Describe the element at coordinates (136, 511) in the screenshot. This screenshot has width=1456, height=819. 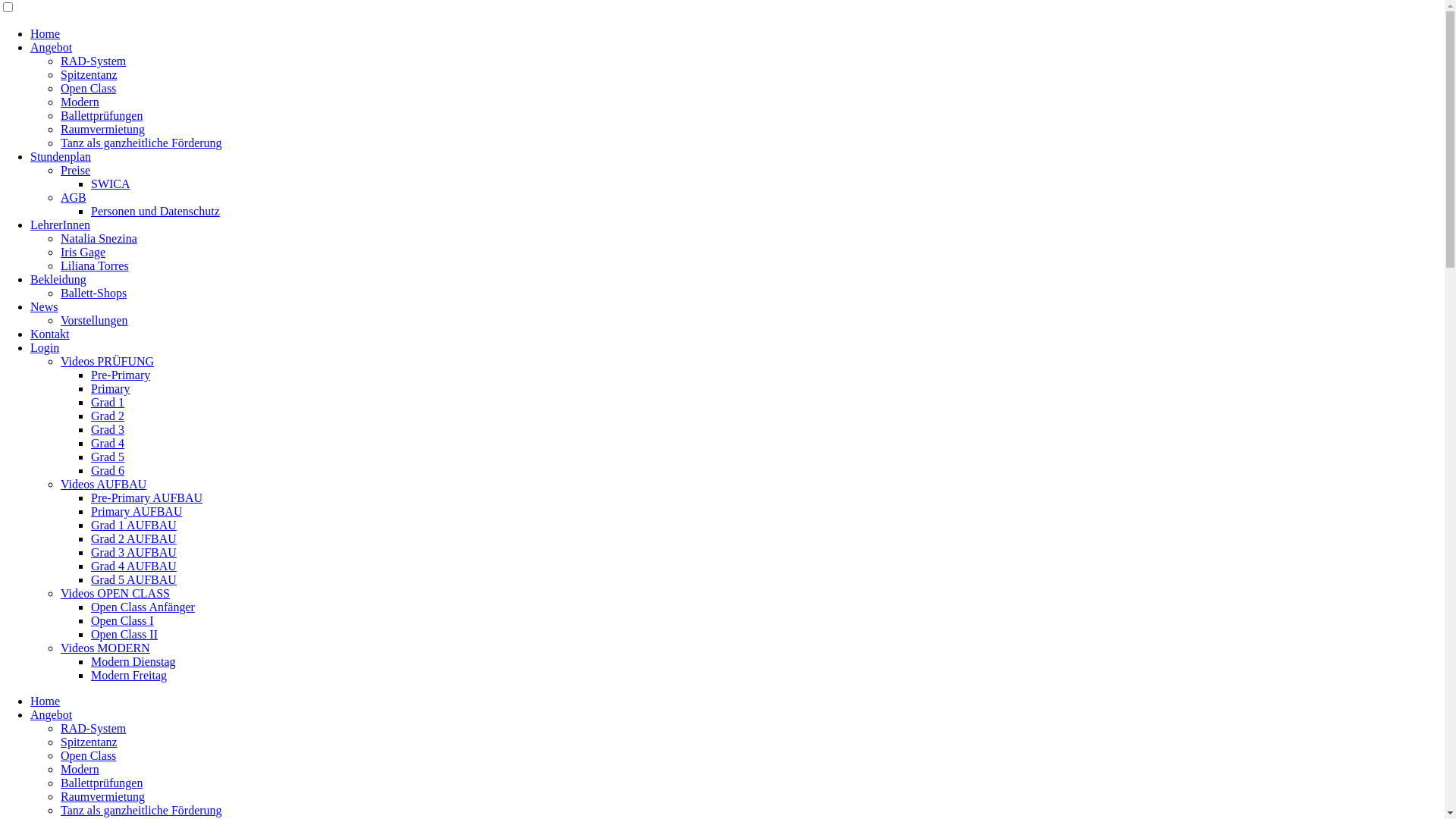
I see `'Primary AUFBAU'` at that location.